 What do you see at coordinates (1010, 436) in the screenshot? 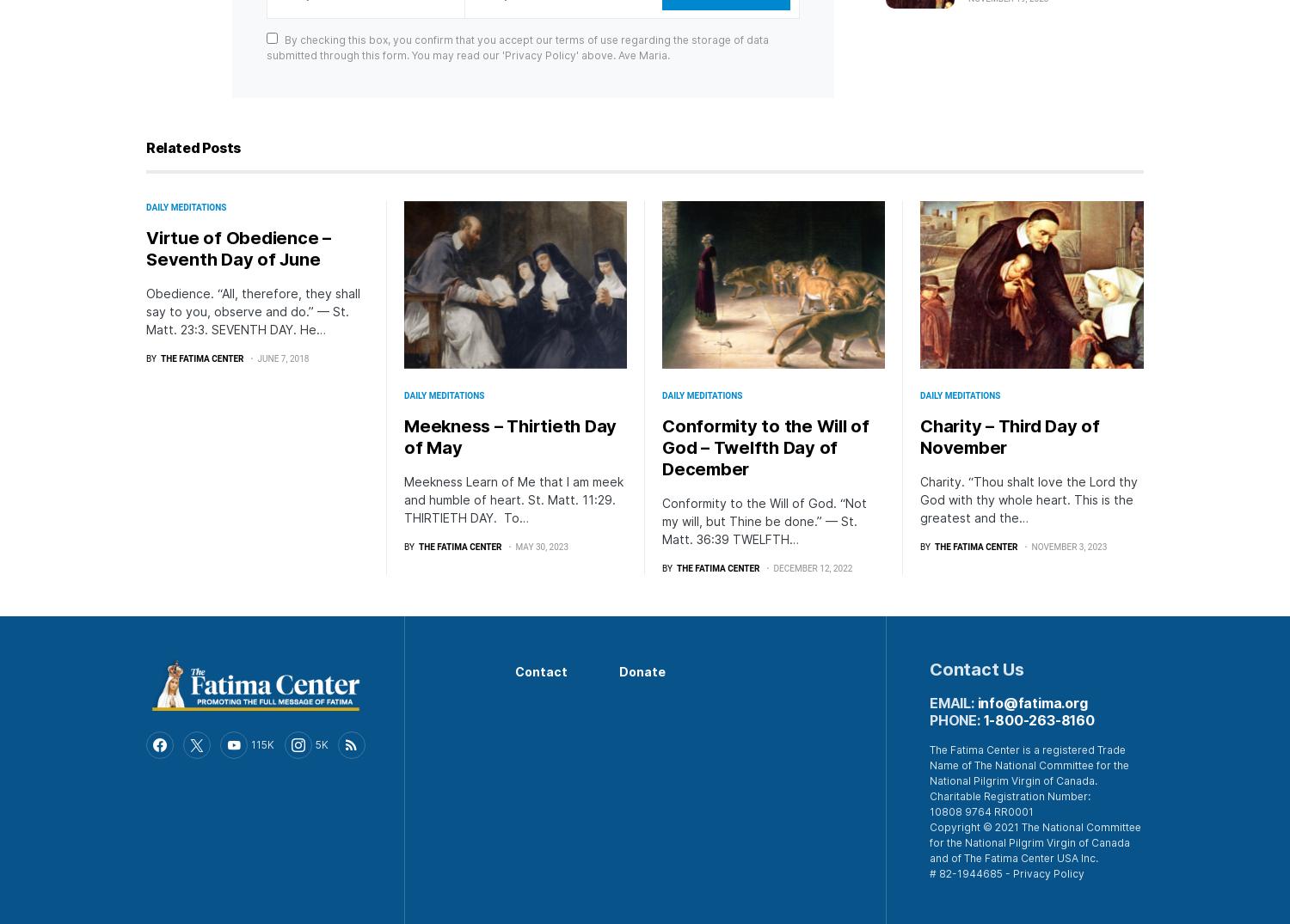
I see `'Charity – Third Day of November'` at bounding box center [1010, 436].